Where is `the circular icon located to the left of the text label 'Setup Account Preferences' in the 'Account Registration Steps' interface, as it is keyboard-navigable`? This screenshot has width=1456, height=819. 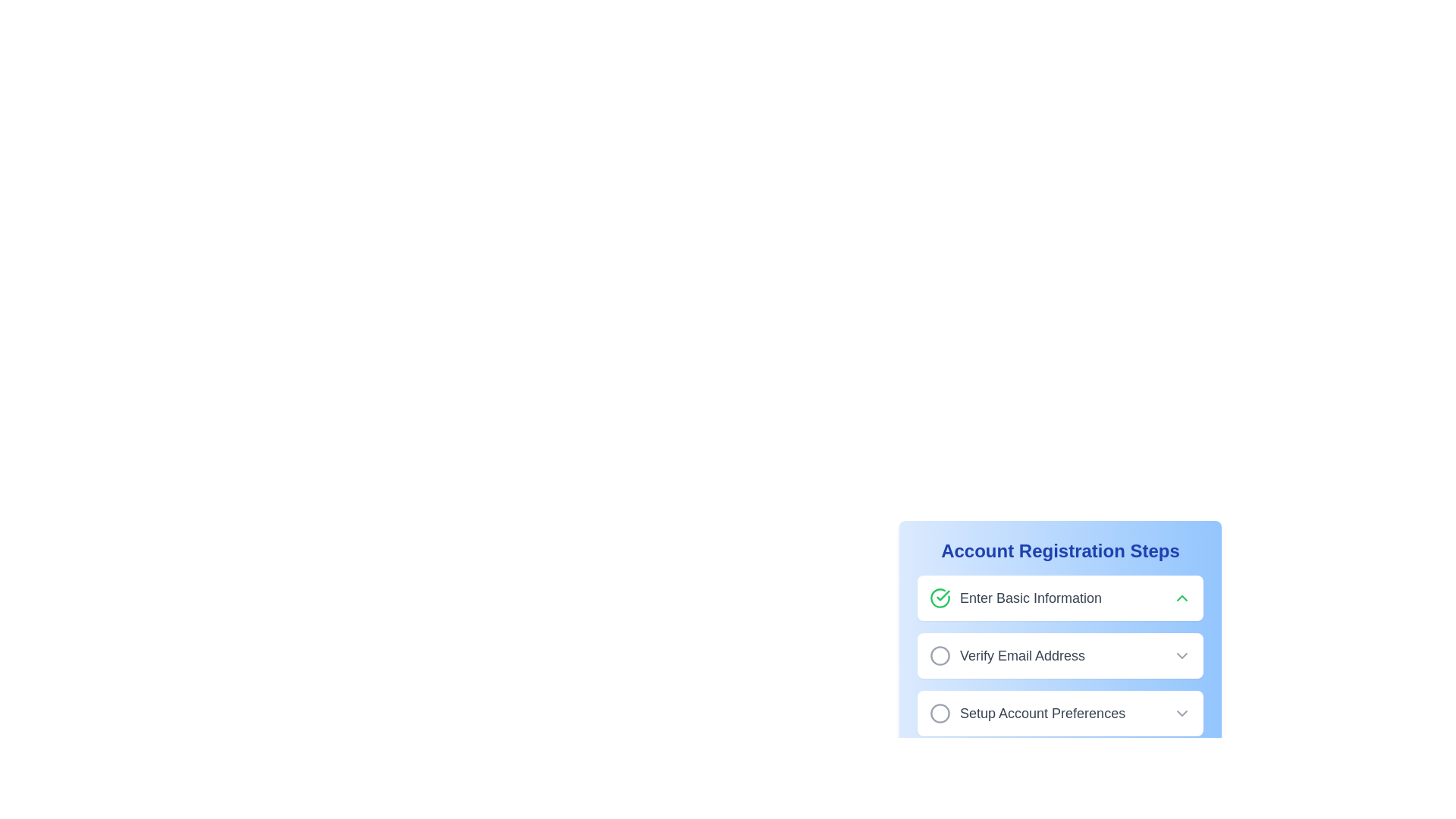
the circular icon located to the left of the text label 'Setup Account Preferences' in the 'Account Registration Steps' interface, as it is keyboard-navigable is located at coordinates (939, 714).